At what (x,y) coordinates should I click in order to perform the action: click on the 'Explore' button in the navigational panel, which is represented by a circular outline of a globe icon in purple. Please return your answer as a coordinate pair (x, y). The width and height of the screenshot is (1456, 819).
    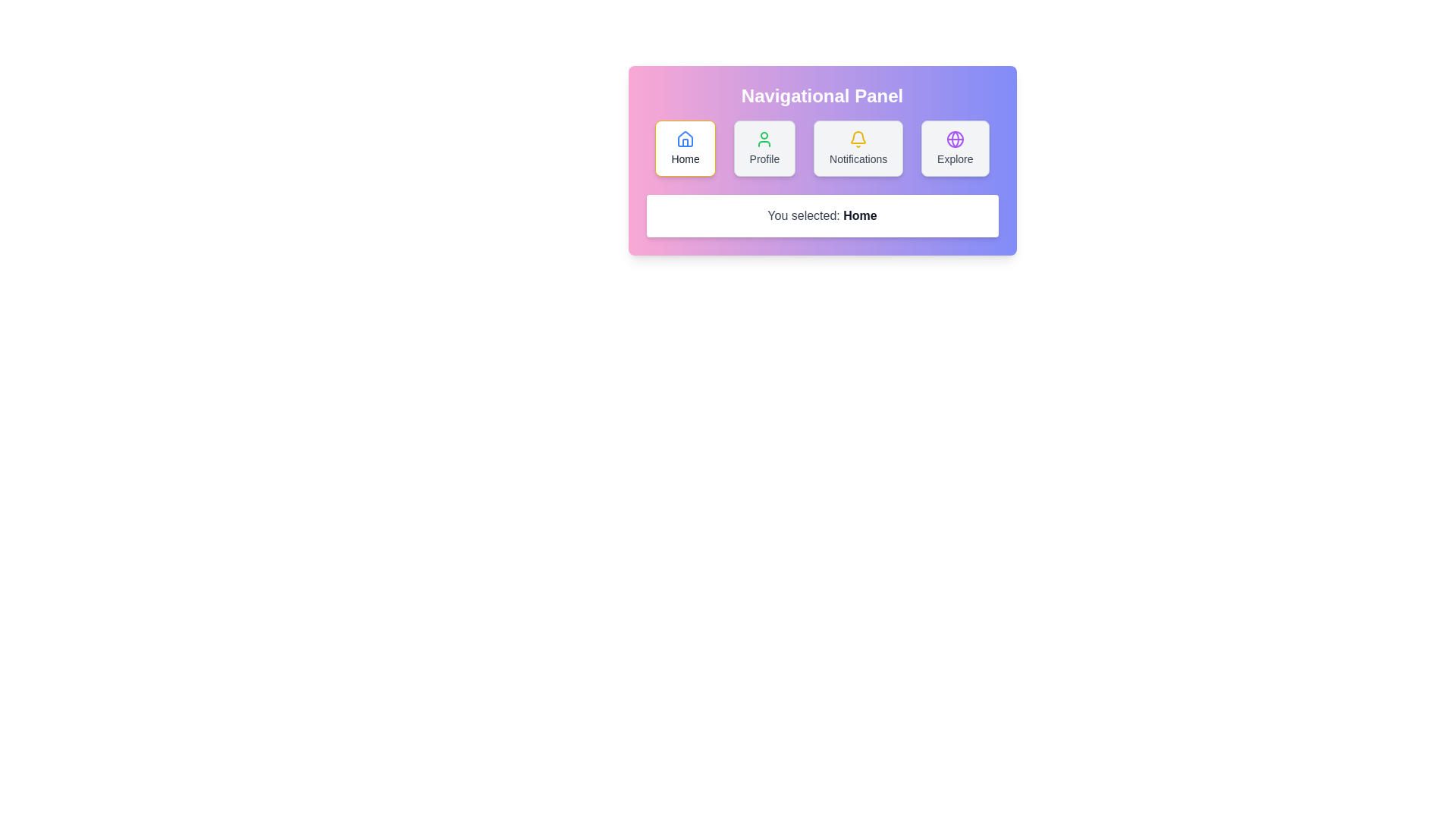
    Looking at the image, I should click on (954, 140).